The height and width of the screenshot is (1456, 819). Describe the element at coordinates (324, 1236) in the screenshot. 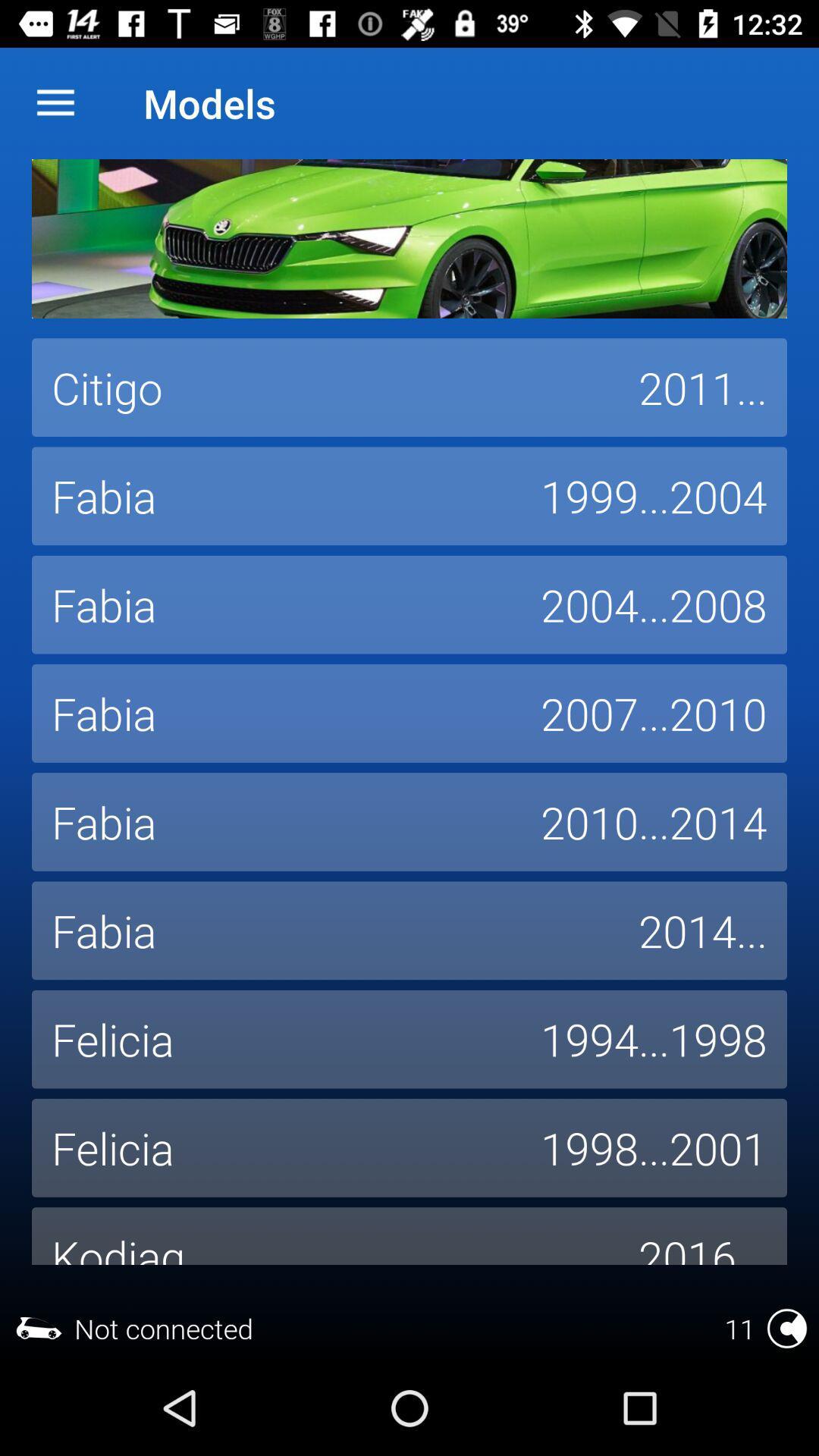

I see `the icon next to 2016... icon` at that location.